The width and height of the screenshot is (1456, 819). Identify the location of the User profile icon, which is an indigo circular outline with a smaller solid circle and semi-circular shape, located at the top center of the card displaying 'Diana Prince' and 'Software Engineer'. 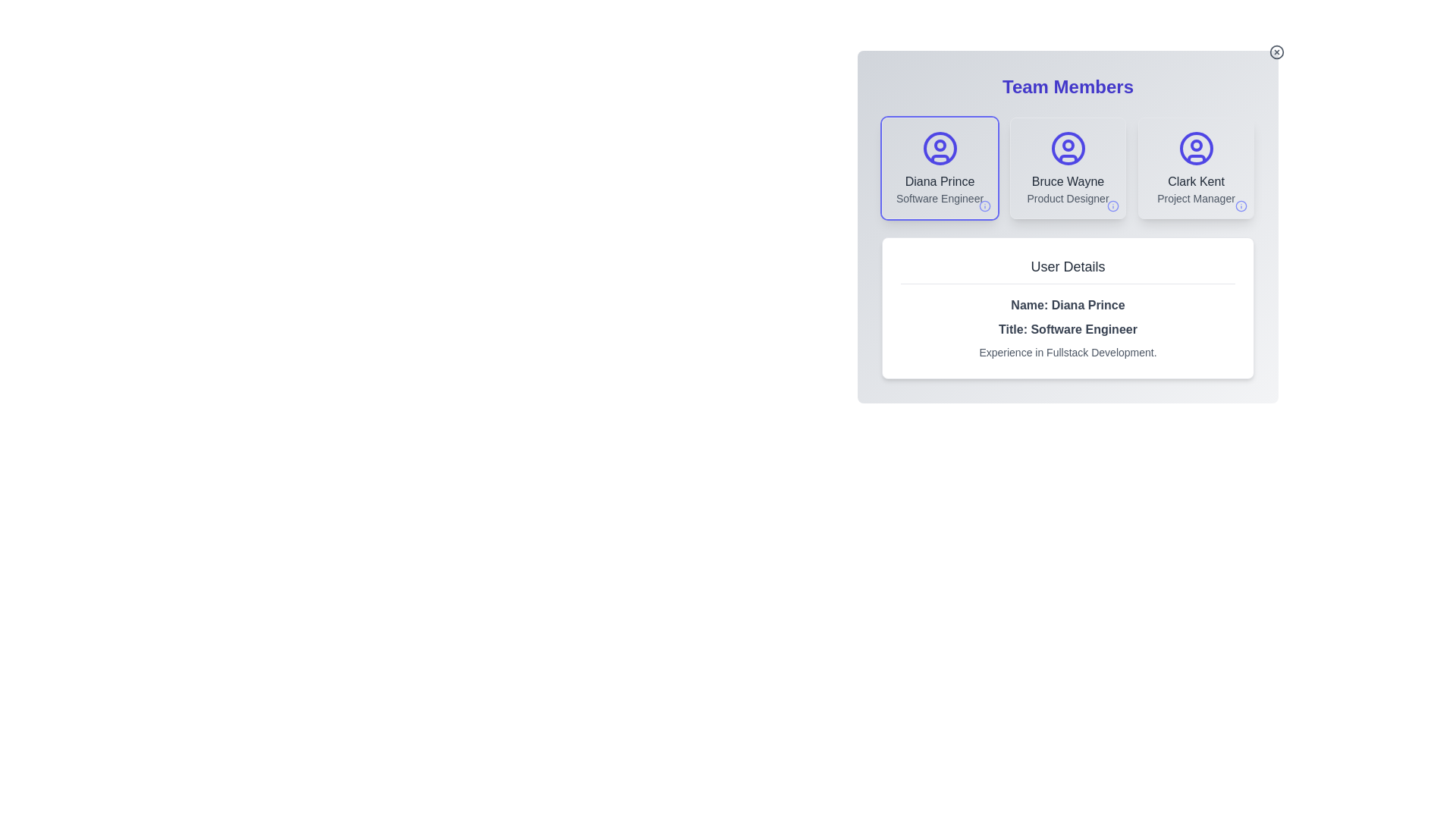
(939, 149).